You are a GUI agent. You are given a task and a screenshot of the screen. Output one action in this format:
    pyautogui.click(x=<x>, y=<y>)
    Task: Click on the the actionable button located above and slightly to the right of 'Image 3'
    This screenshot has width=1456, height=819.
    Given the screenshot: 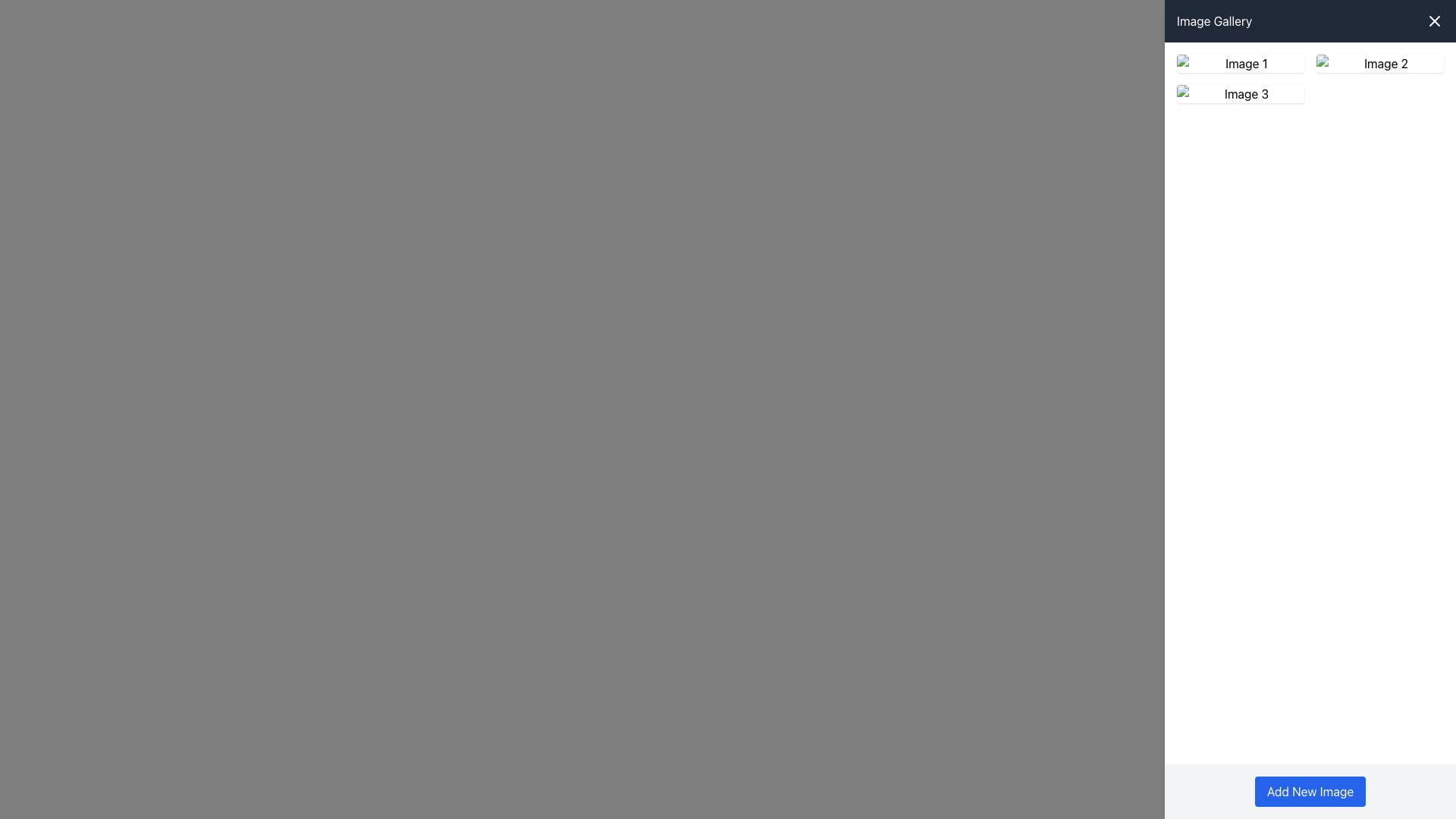 What is the action you would take?
    pyautogui.click(x=1241, y=93)
    